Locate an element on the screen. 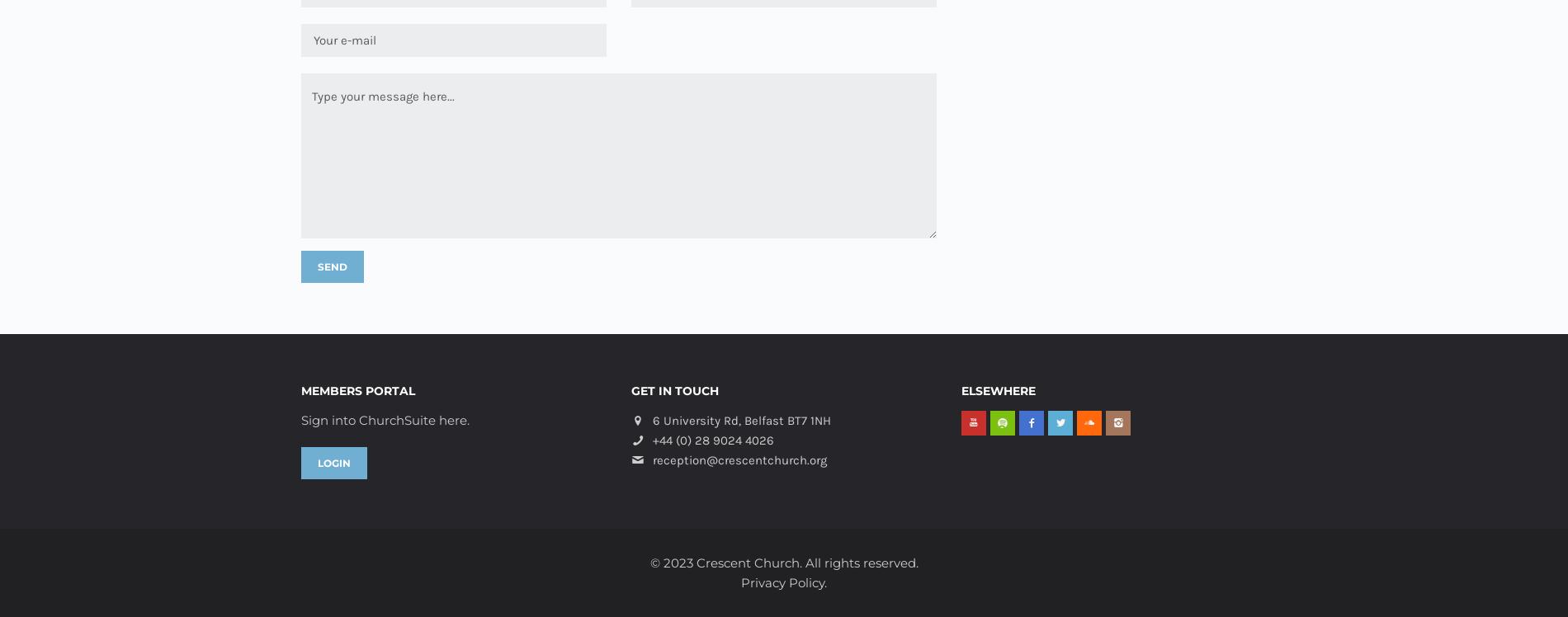  'Get In Touch' is located at coordinates (673, 391).